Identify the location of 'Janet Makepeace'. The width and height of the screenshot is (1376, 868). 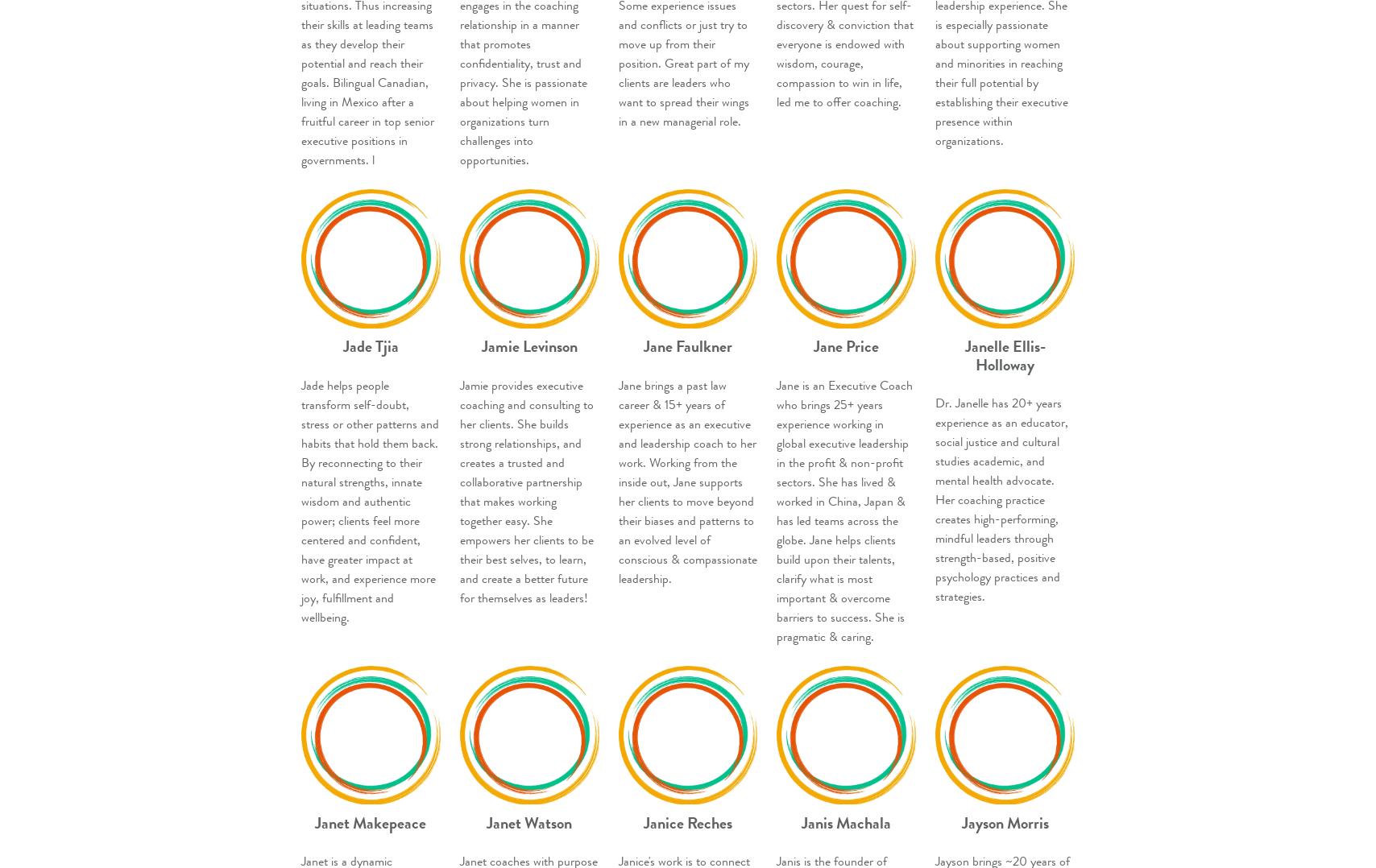
(314, 821).